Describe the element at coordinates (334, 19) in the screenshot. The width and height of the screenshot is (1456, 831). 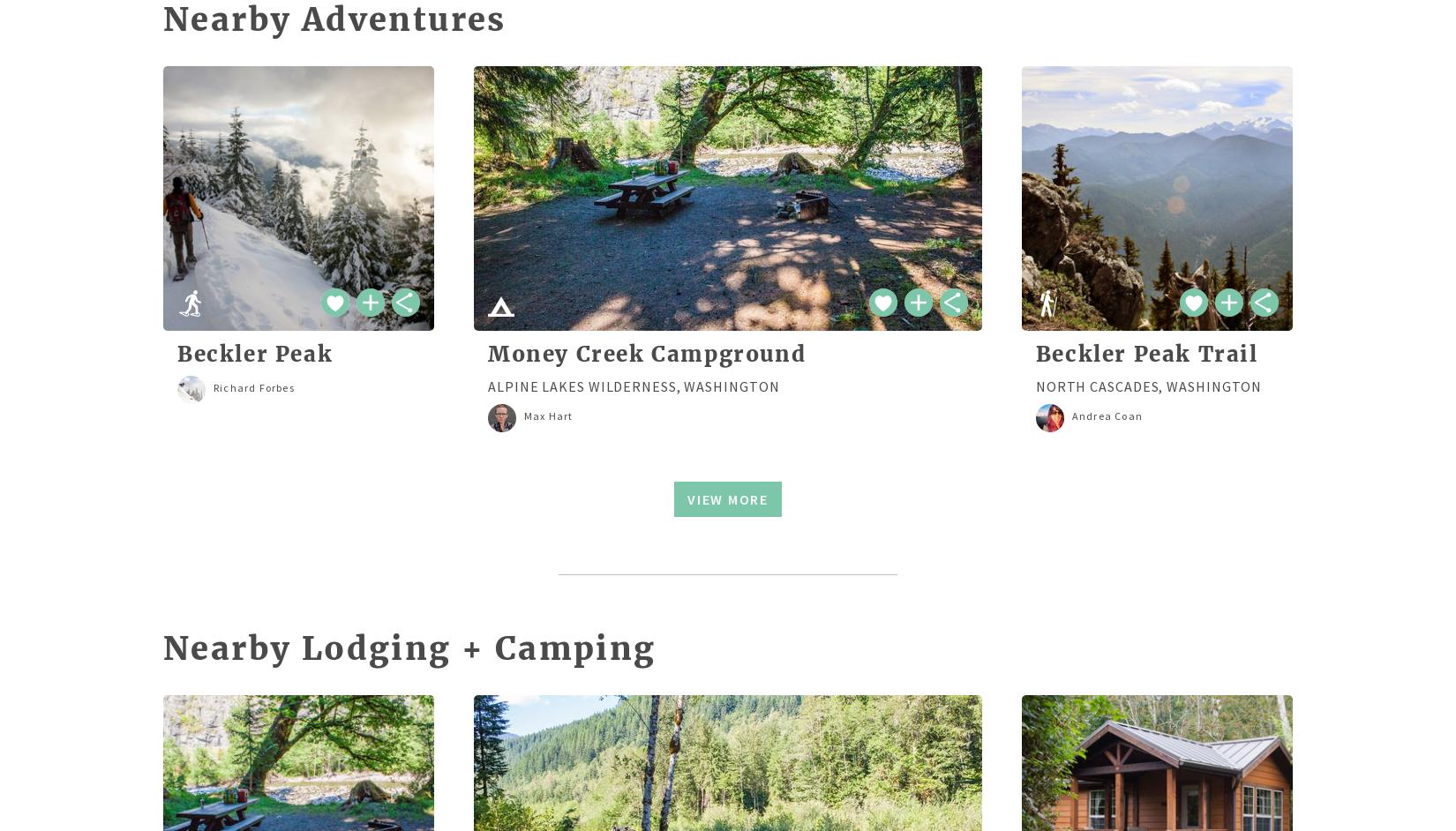
I see `'Nearby Adventures'` at that location.